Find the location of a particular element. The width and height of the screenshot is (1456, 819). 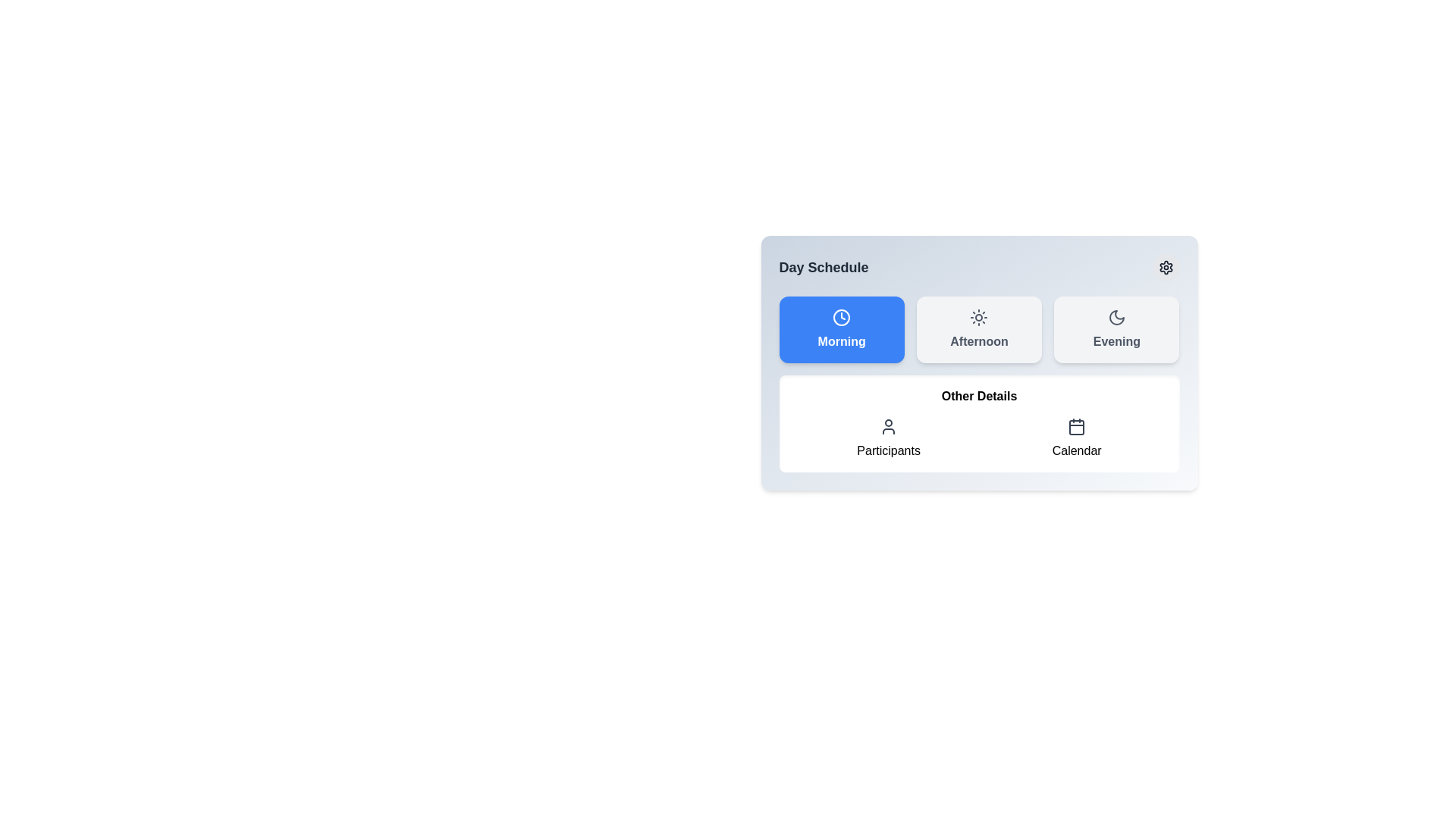

the decorative gear icon representing settings, located in the top-right corner of the interface is located at coordinates (1165, 267).